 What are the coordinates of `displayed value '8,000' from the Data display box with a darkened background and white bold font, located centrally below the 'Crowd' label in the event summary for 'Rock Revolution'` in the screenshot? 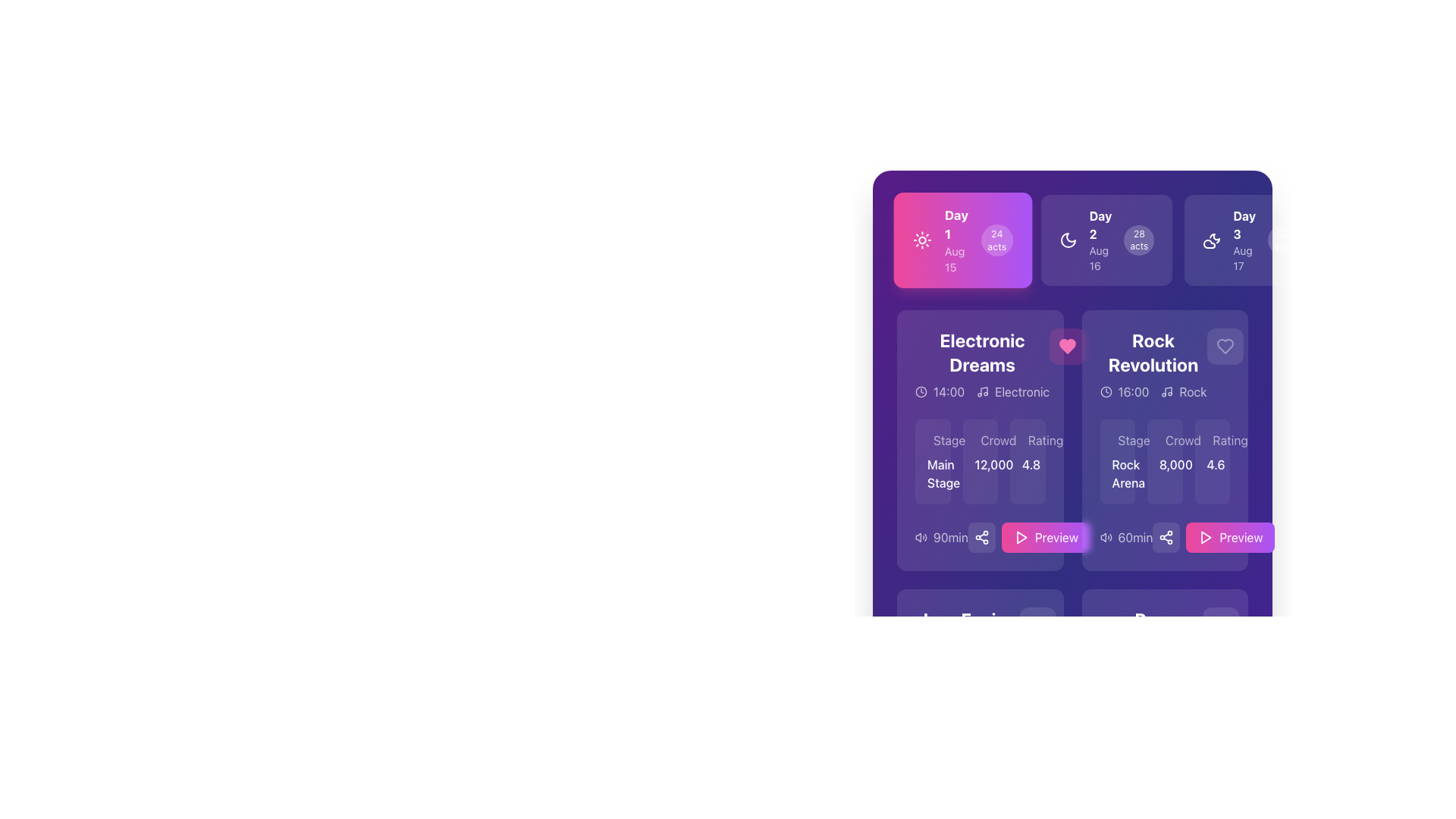 It's located at (1164, 461).